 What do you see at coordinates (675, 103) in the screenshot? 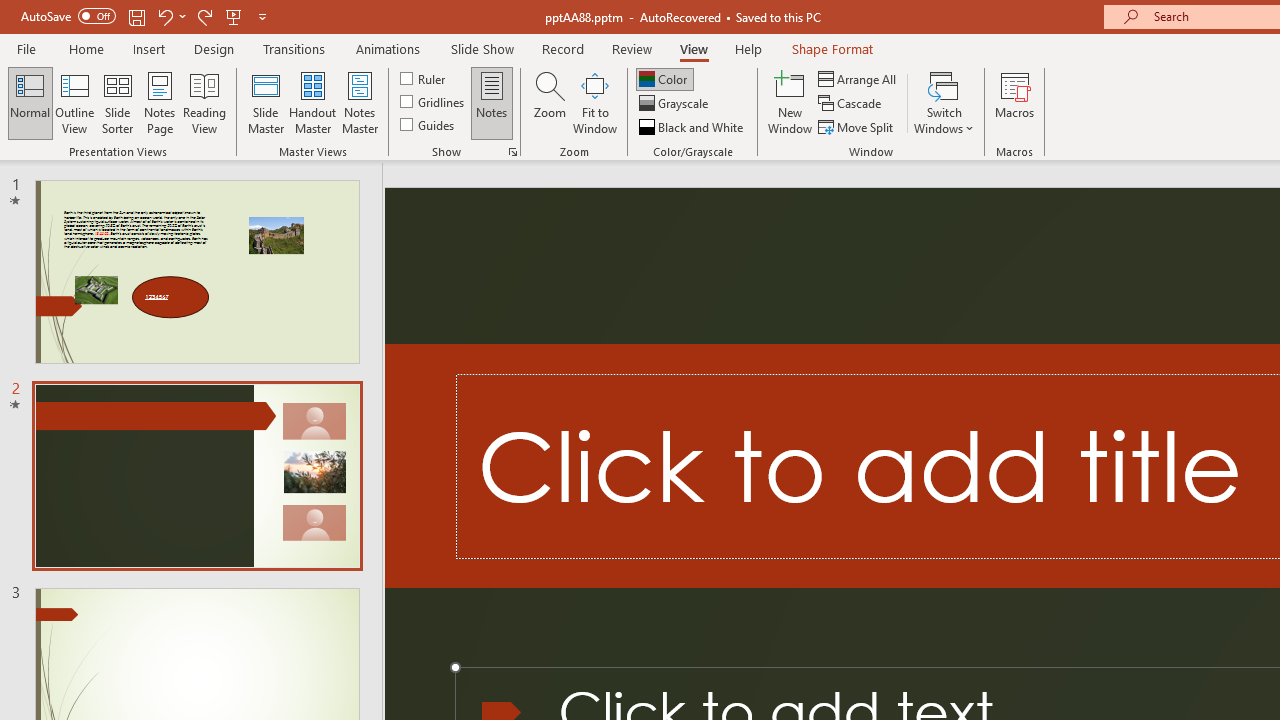
I see `'Grayscale'` at bounding box center [675, 103].